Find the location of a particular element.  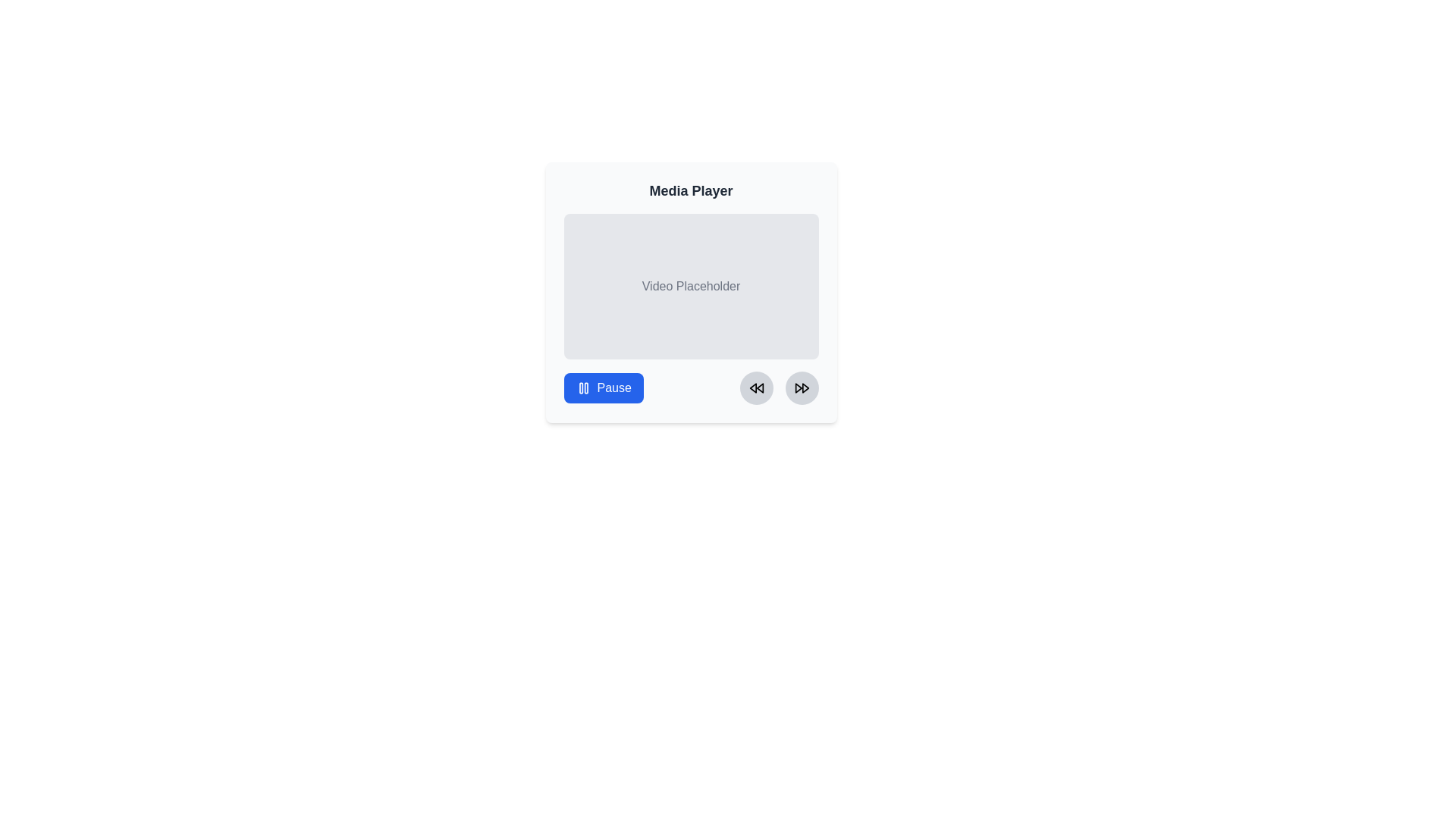

the 'Pause' button is located at coordinates (603, 388).